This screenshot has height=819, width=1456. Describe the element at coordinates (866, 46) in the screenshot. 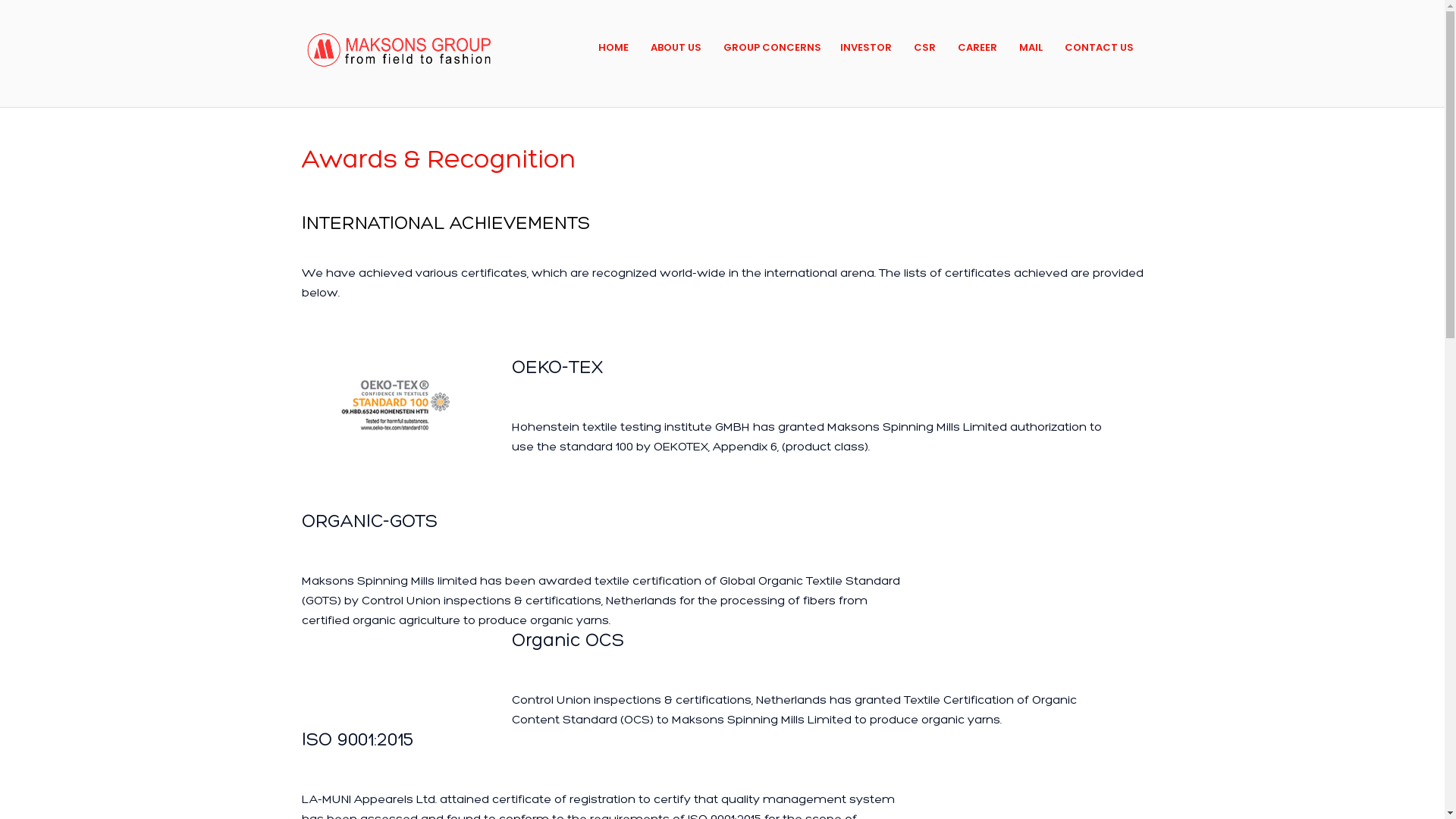

I see `'INVESTOR'` at that location.